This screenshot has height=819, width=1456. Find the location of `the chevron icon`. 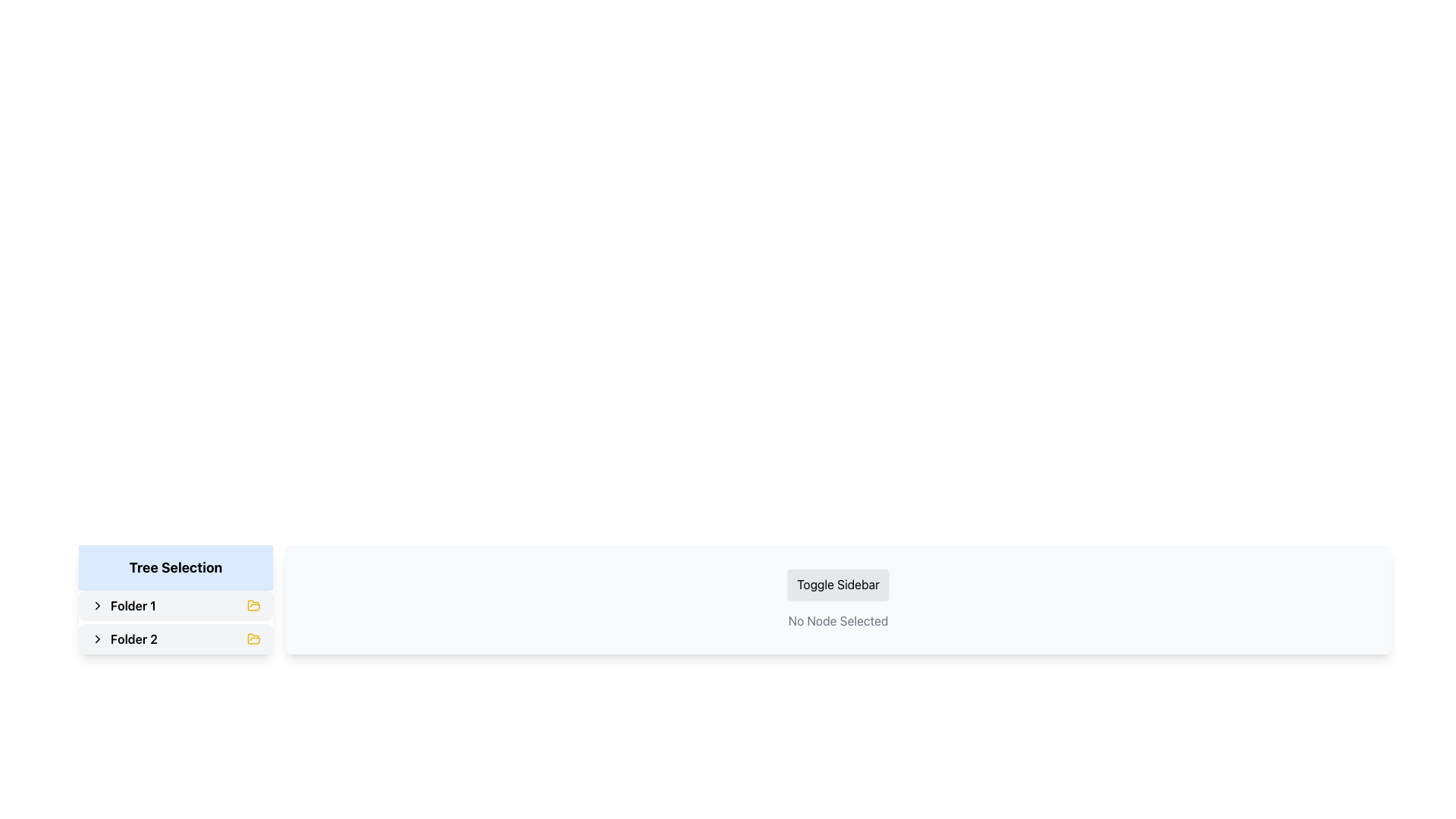

the chevron icon is located at coordinates (97, 639).